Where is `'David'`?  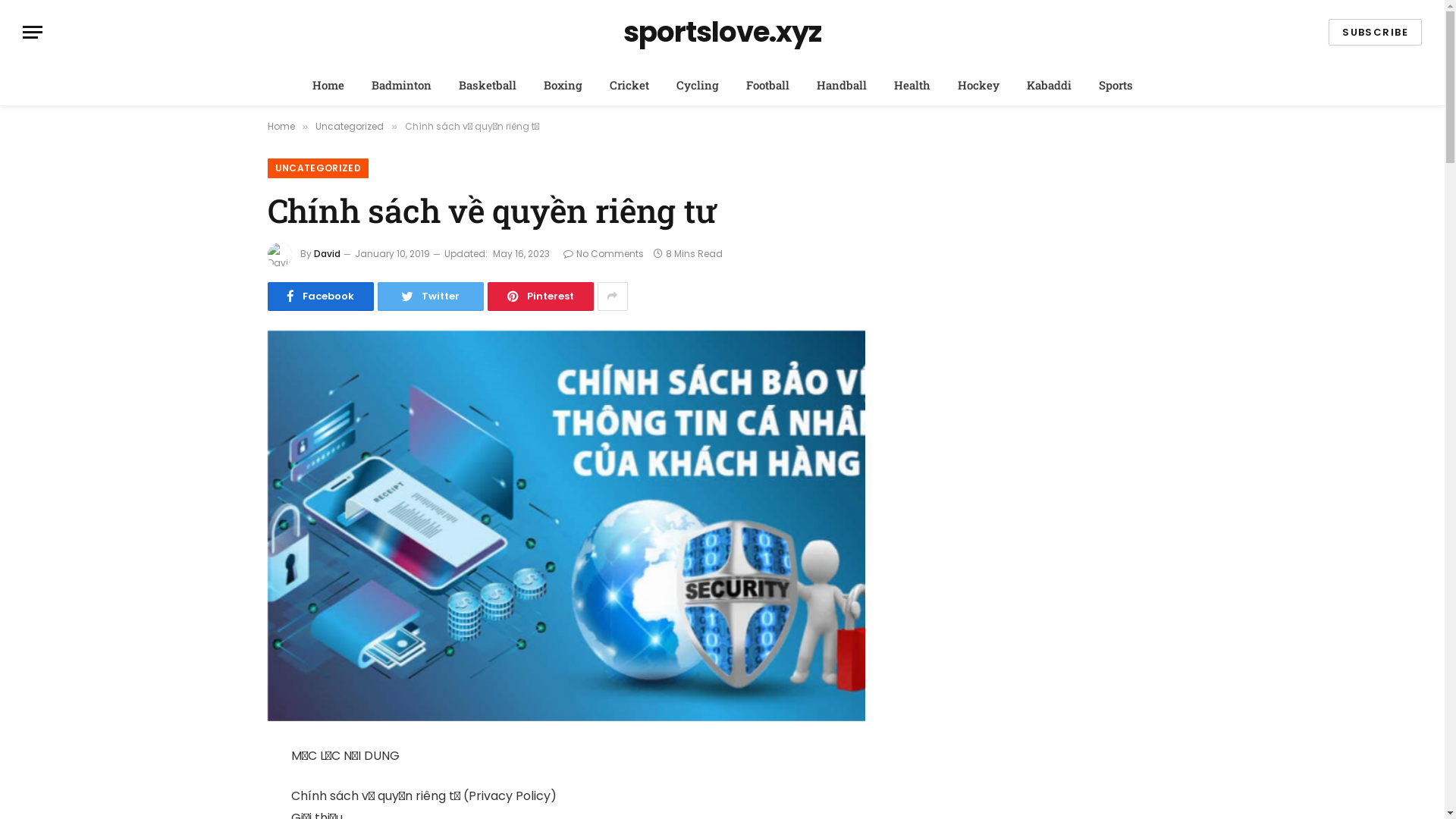 'David' is located at coordinates (326, 253).